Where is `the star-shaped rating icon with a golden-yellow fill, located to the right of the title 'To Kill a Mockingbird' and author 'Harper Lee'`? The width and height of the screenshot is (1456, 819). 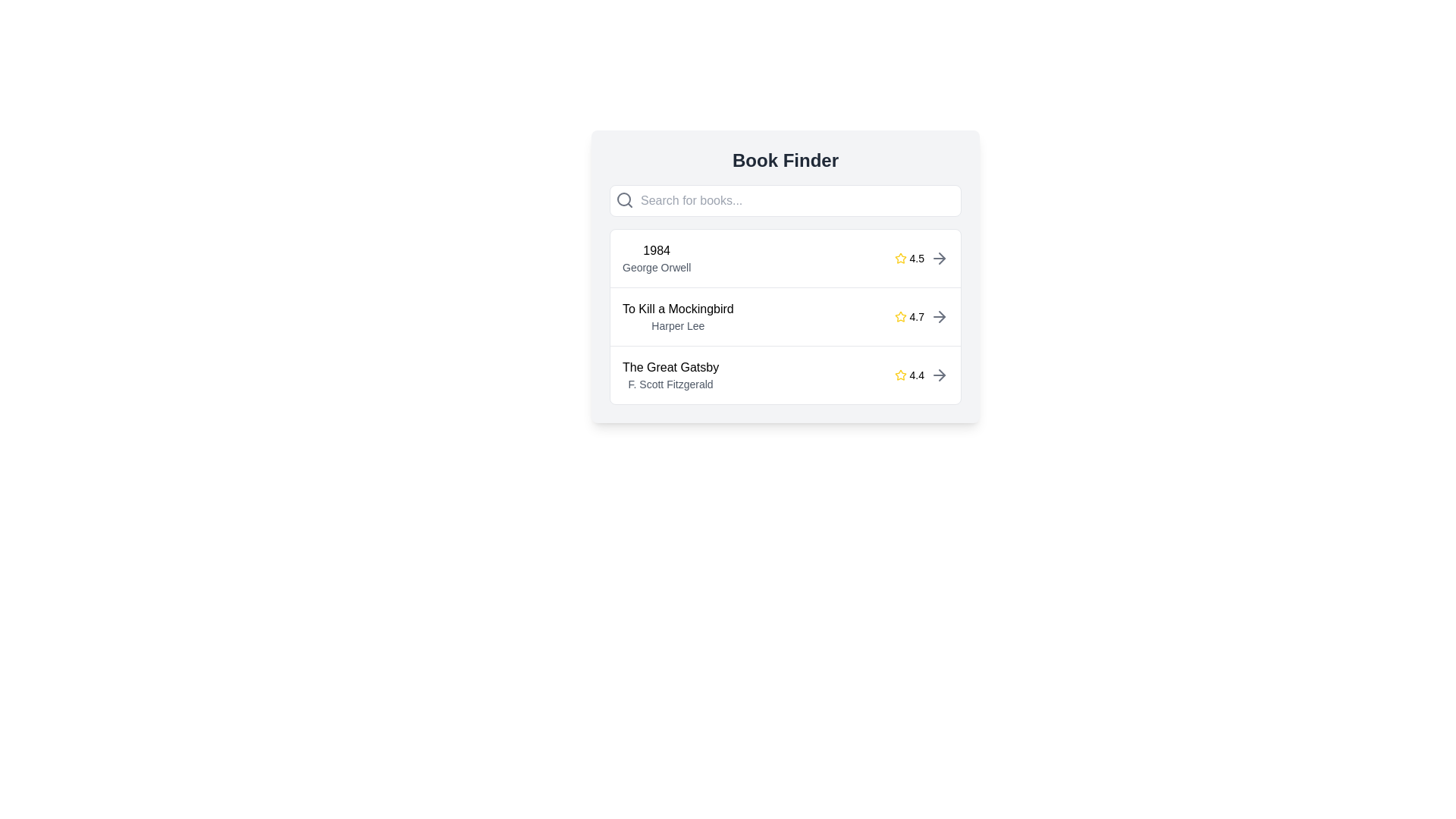 the star-shaped rating icon with a golden-yellow fill, located to the right of the title 'To Kill a Mockingbird' and author 'Harper Lee' is located at coordinates (900, 315).